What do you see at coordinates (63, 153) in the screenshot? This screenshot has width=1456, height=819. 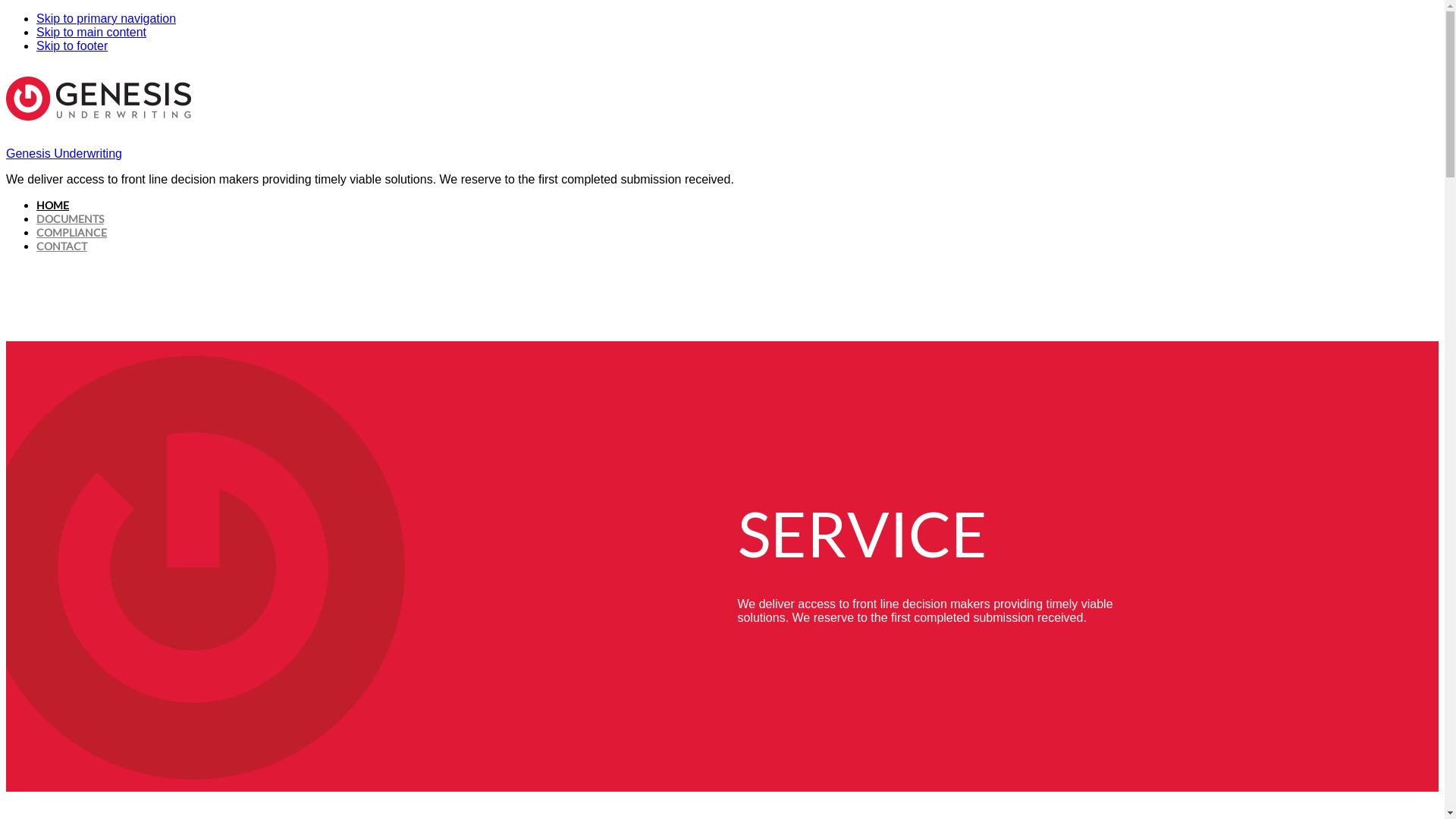 I see `'Genesis Underwriting'` at bounding box center [63, 153].